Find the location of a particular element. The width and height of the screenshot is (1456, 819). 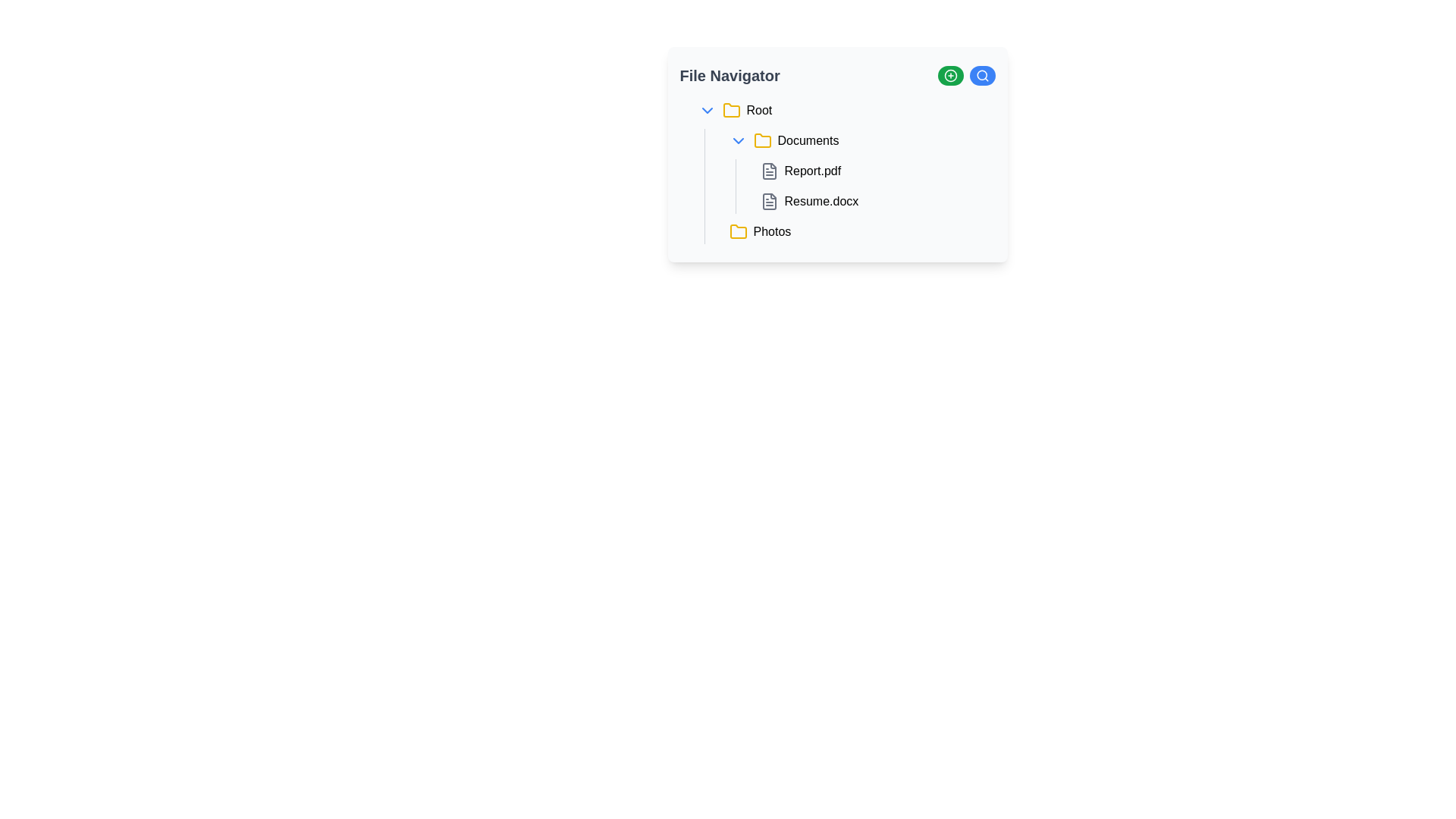

the yellow folder icon located in the file navigator interface next to the text 'Root' is located at coordinates (731, 110).